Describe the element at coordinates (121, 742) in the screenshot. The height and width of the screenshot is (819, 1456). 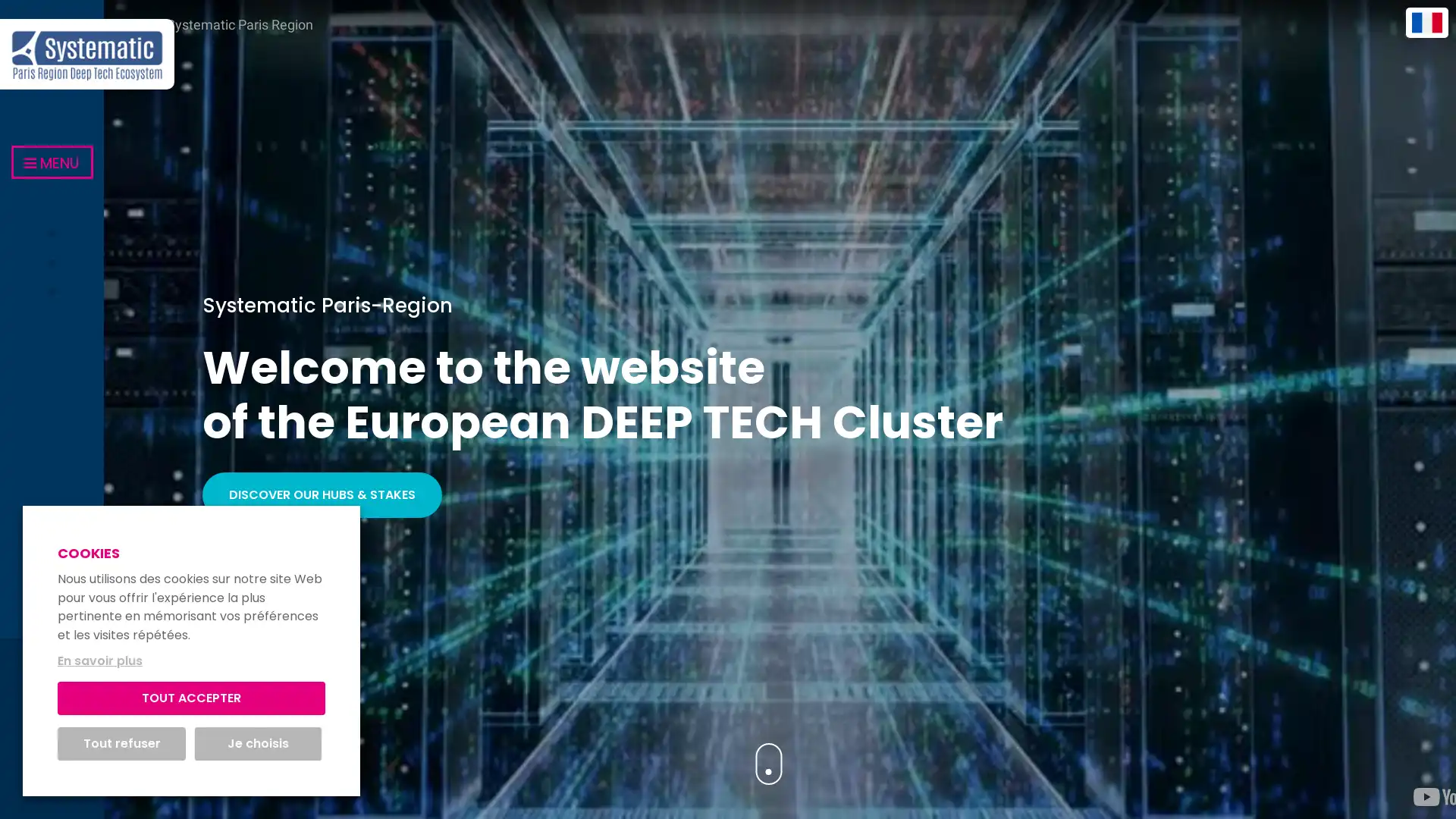
I see `Tout refuser` at that location.